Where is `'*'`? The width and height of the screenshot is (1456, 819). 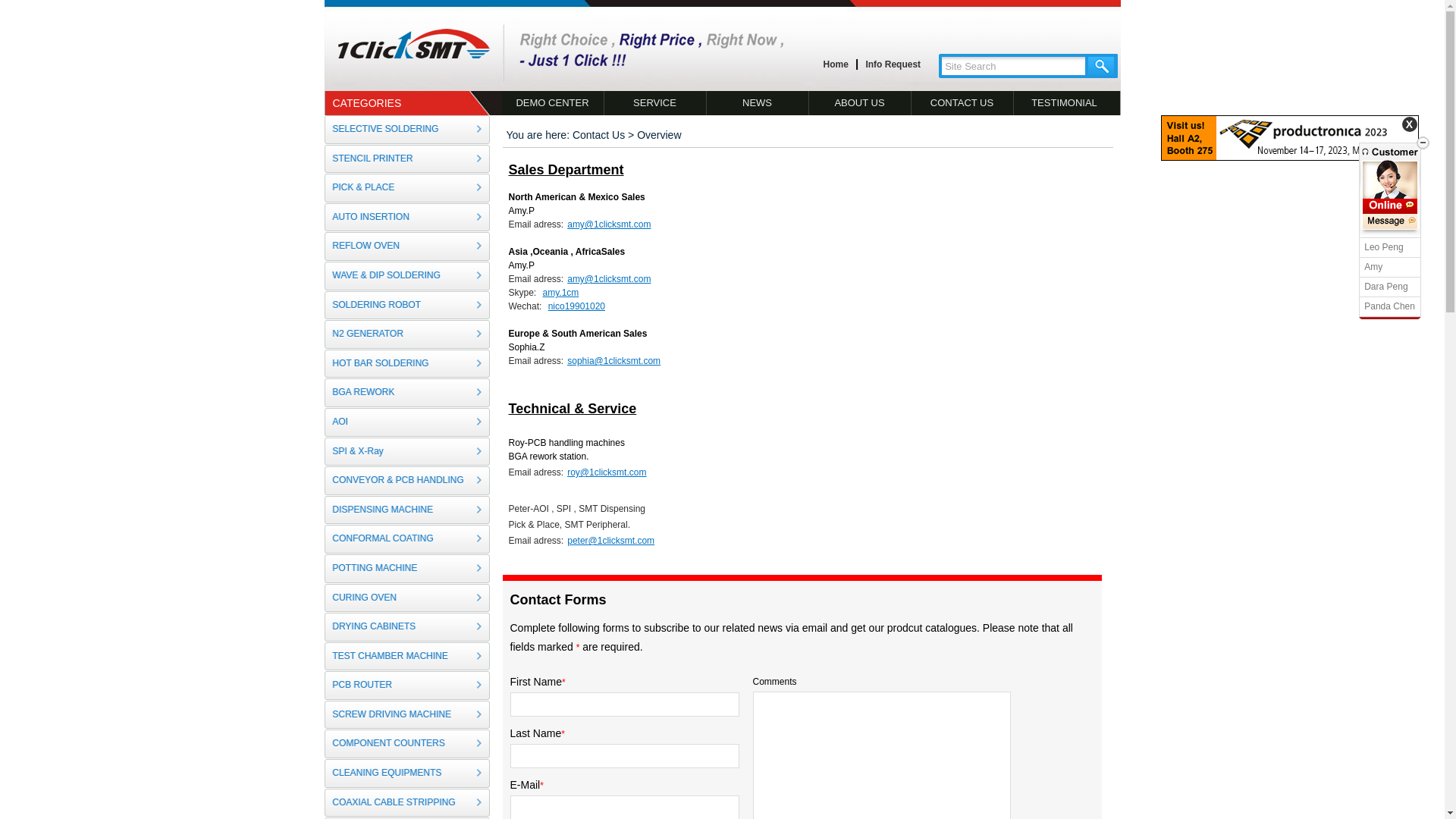
'*' is located at coordinates (562, 733).